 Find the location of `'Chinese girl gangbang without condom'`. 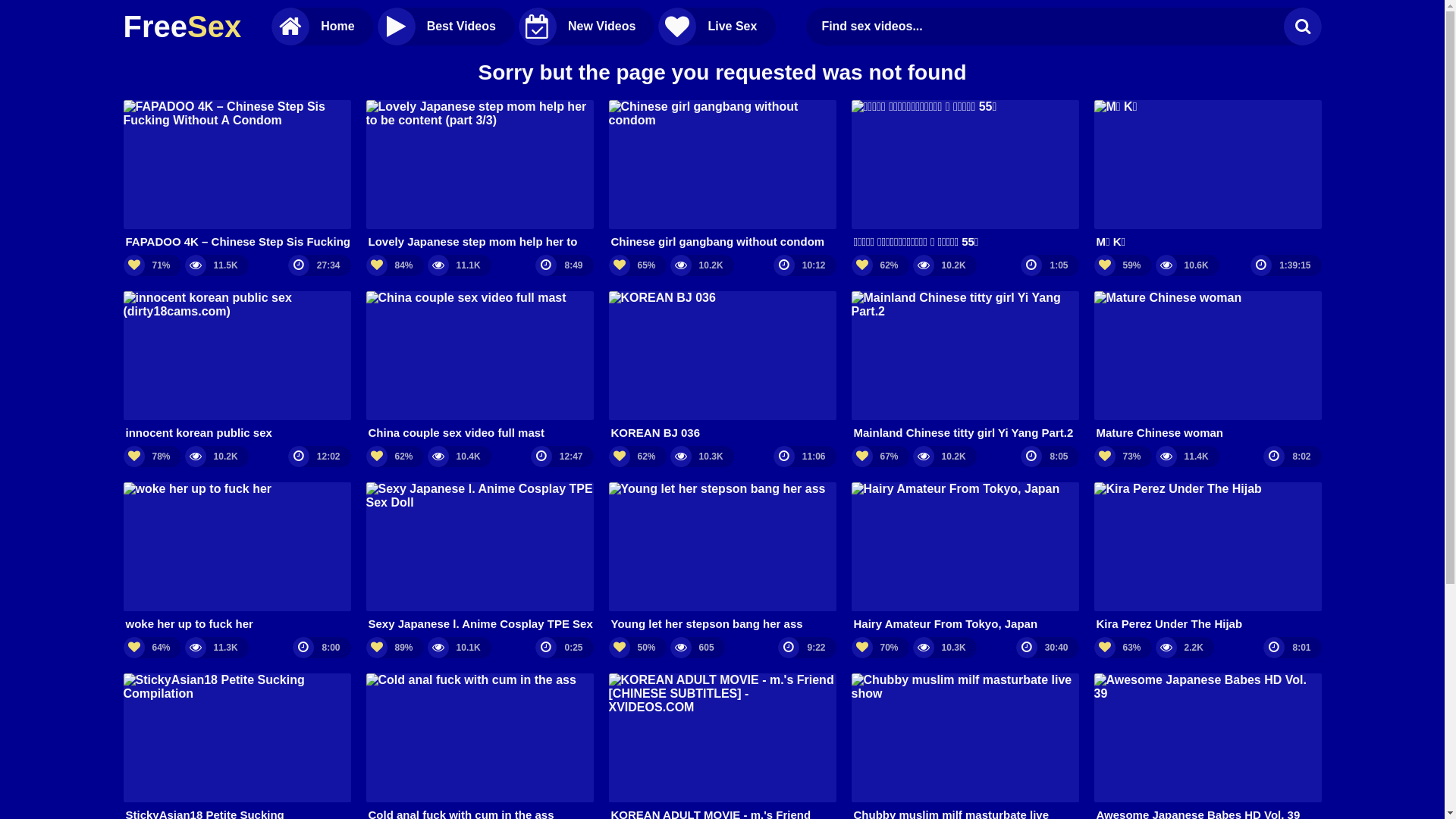

'Chinese girl gangbang without condom' is located at coordinates (720, 174).